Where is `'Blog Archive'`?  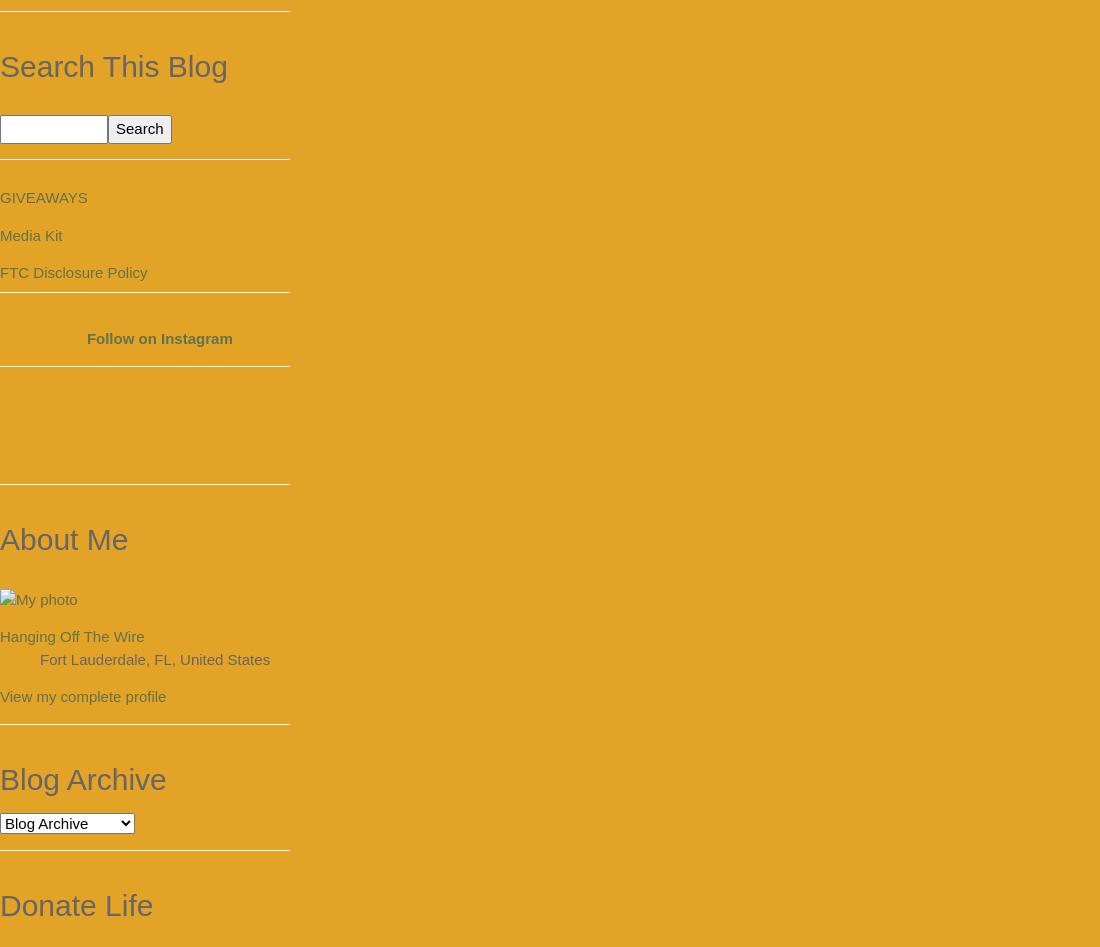 'Blog Archive' is located at coordinates (83, 778).